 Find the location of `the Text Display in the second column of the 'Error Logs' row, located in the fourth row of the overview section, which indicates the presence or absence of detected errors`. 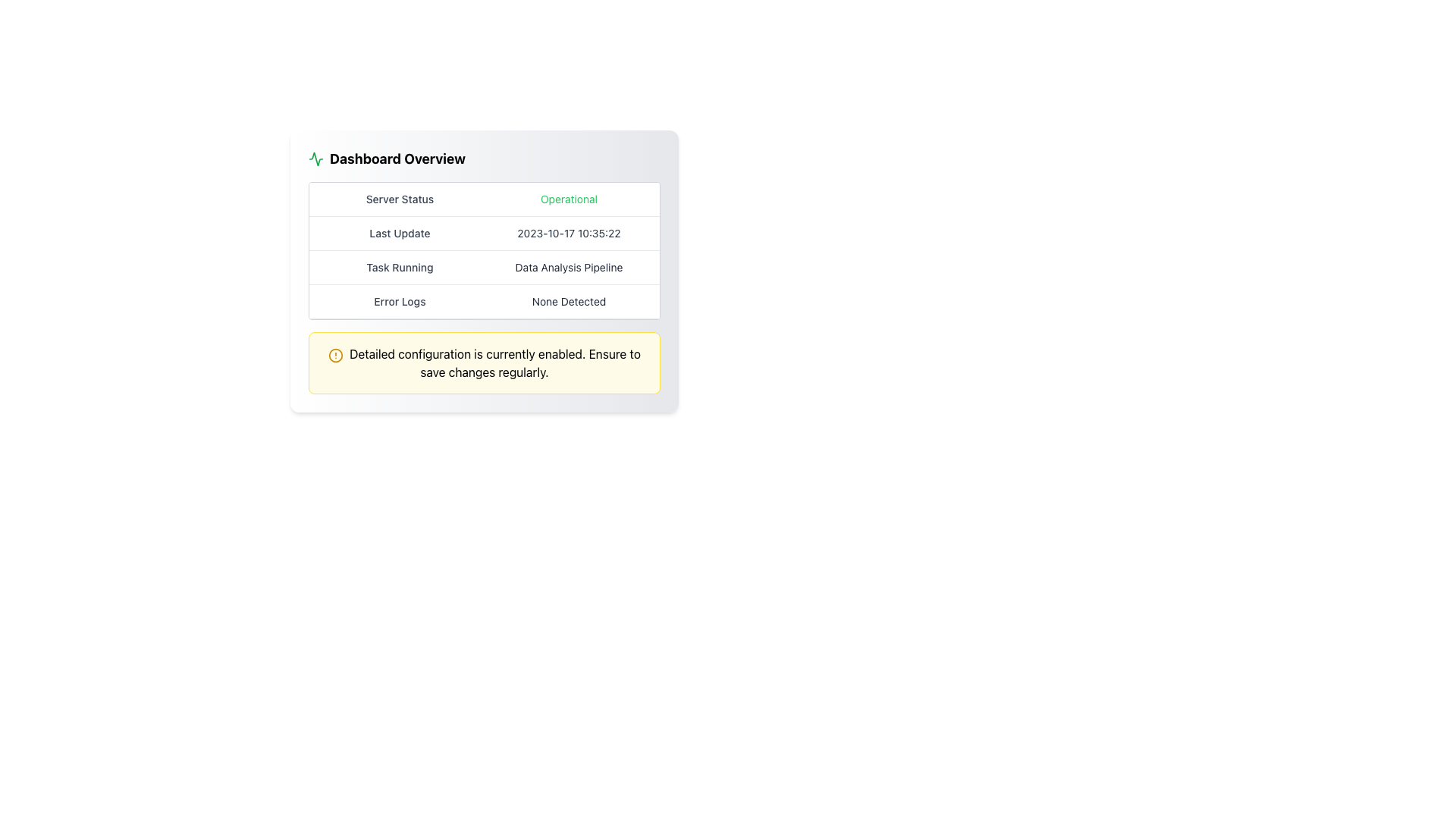

the Text Display in the second column of the 'Error Logs' row, located in the fourth row of the overview section, which indicates the presence or absence of detected errors is located at coordinates (568, 301).